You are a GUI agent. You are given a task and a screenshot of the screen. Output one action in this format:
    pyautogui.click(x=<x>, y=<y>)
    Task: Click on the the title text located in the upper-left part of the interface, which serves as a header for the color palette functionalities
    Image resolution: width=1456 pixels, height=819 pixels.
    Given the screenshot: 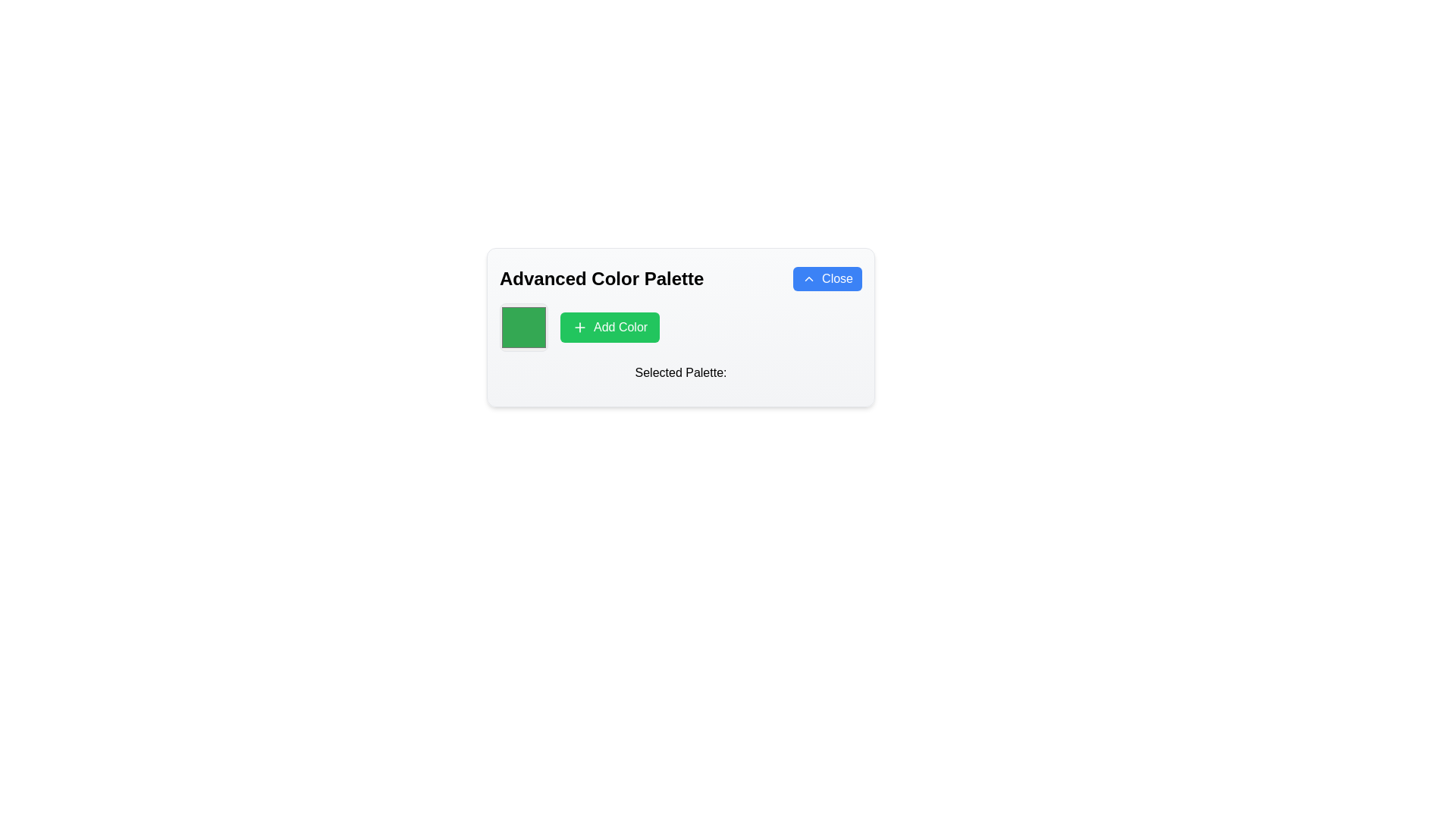 What is the action you would take?
    pyautogui.click(x=601, y=278)
    